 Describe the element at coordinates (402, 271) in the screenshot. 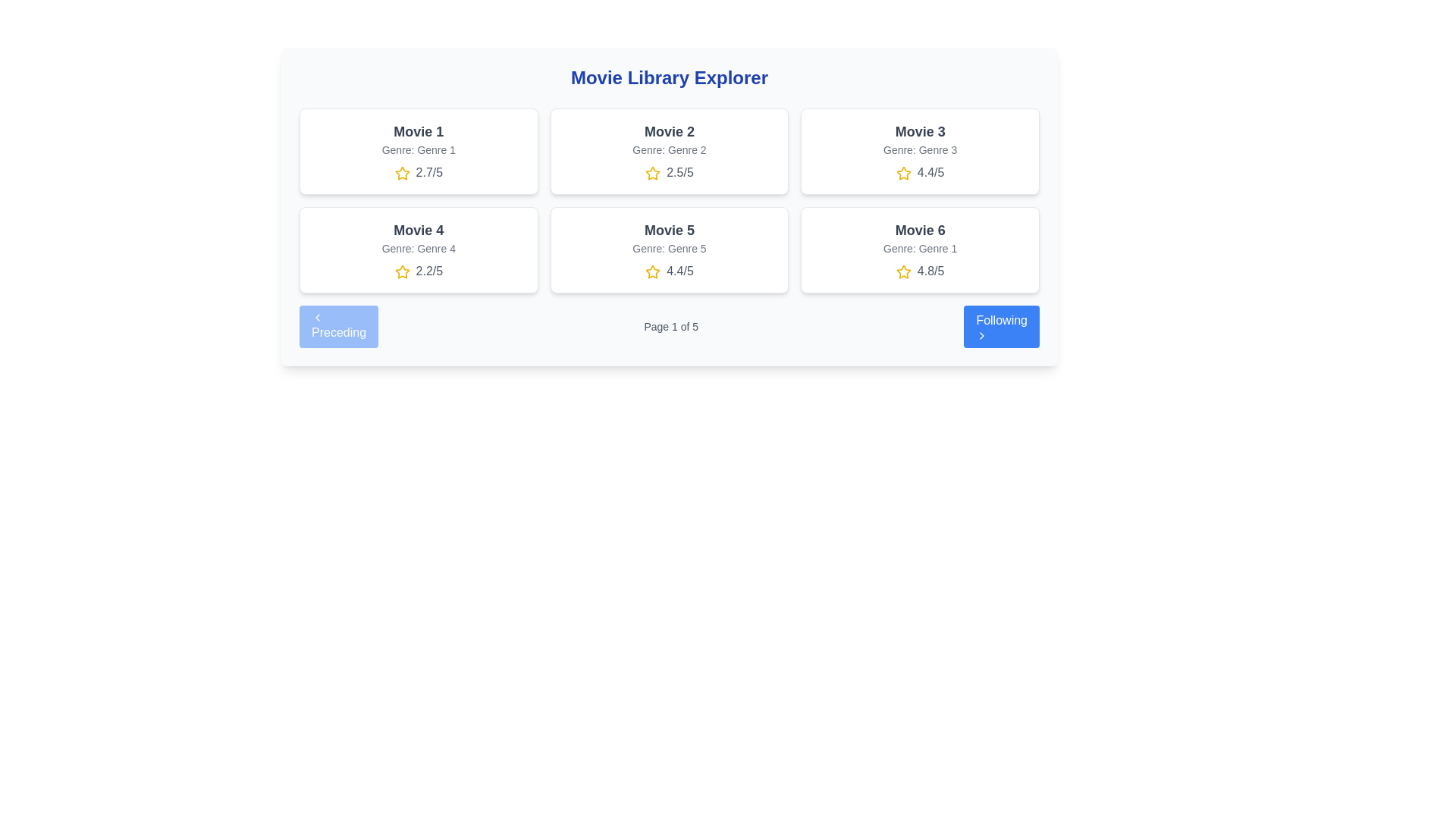

I see `the star icon representing ratings for the movie, which is positioned to the left of the '2.2/5' text and below the 'Movie 4 Genre: Genre 4' header in the movie card grid` at that location.